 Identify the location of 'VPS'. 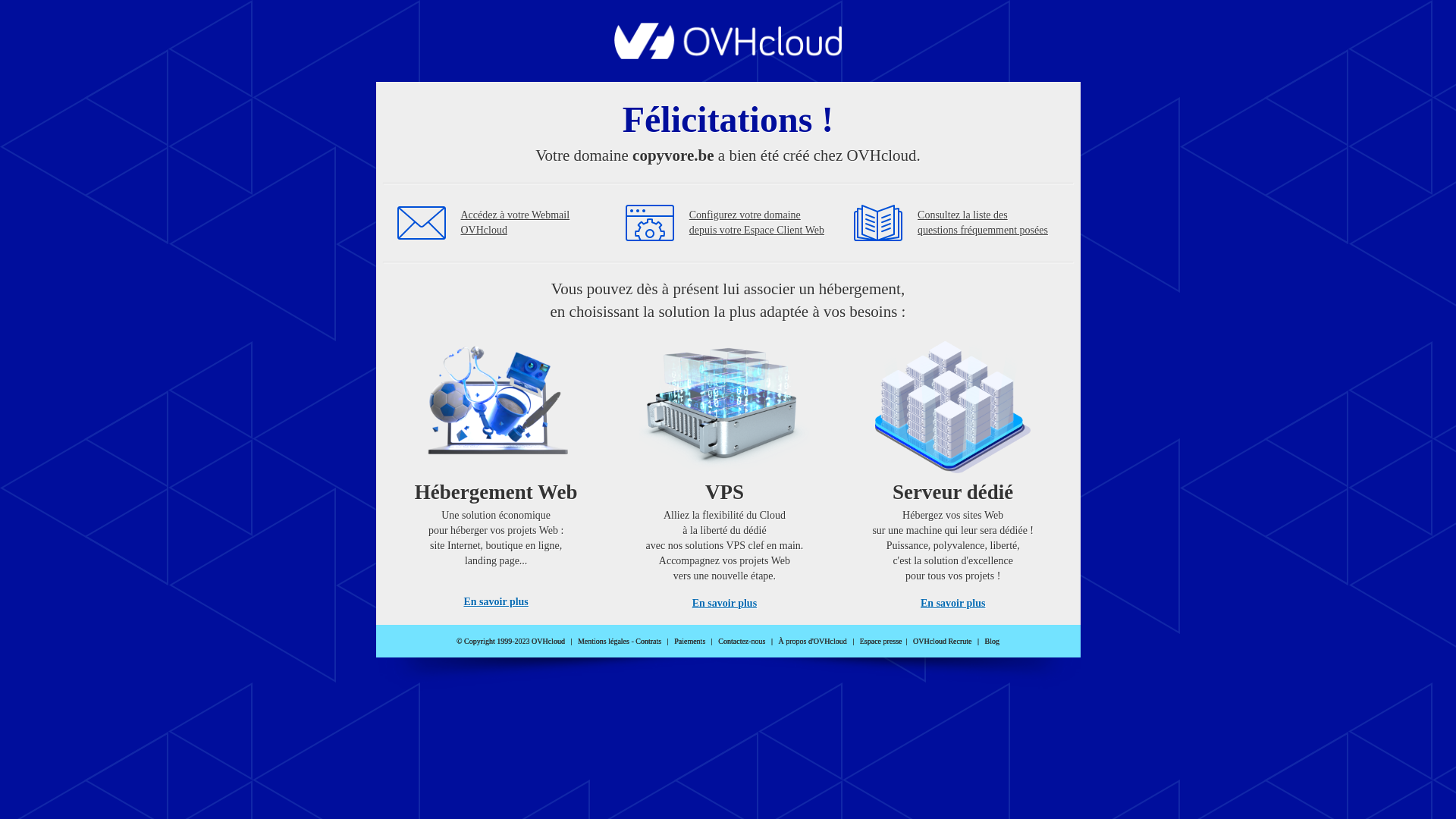
(723, 469).